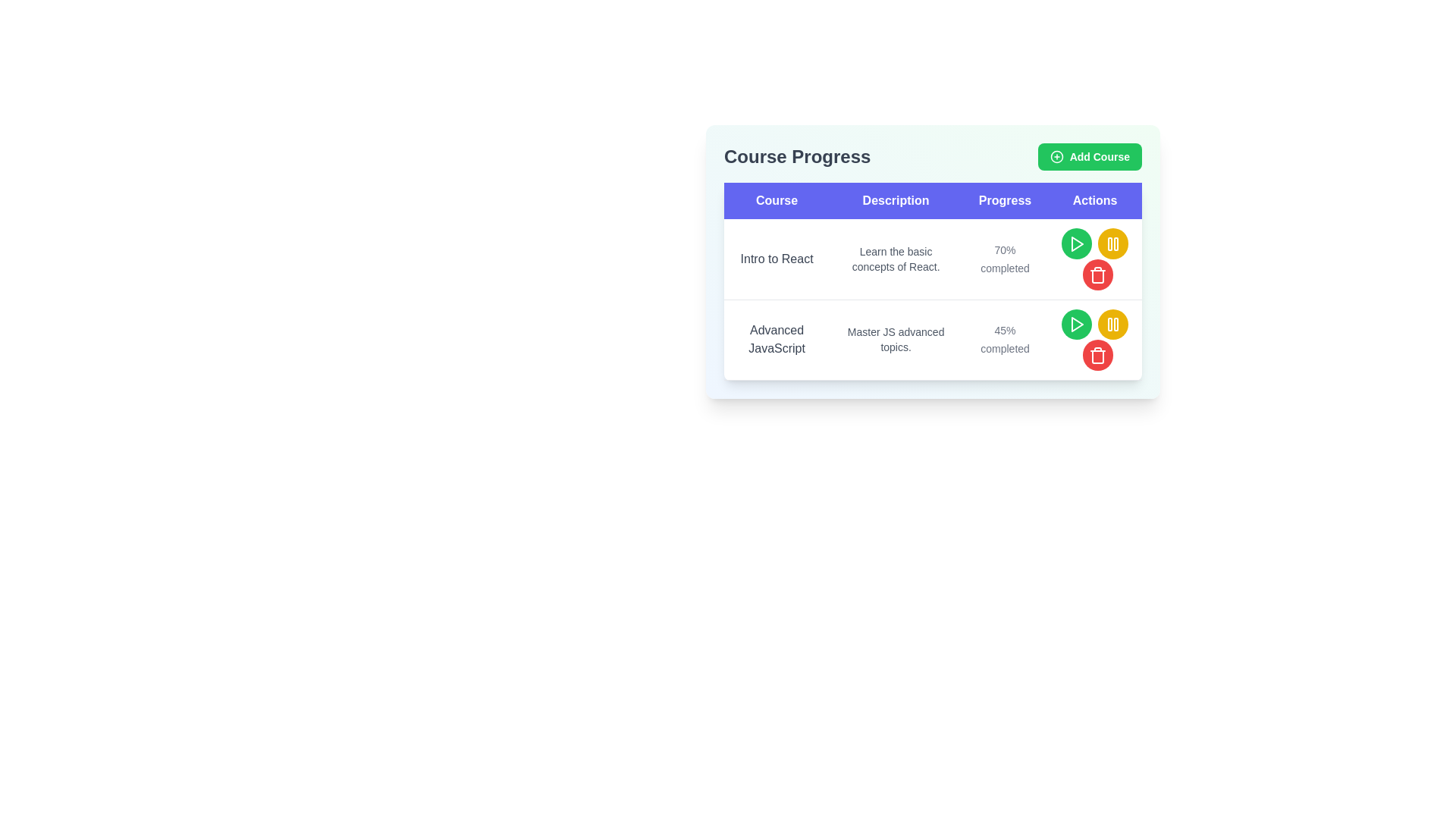  I want to click on the left rectangle of the pause button, which is a yellowish vertical rectangle located within the 'Actions' column of the interface, so click(1110, 324).